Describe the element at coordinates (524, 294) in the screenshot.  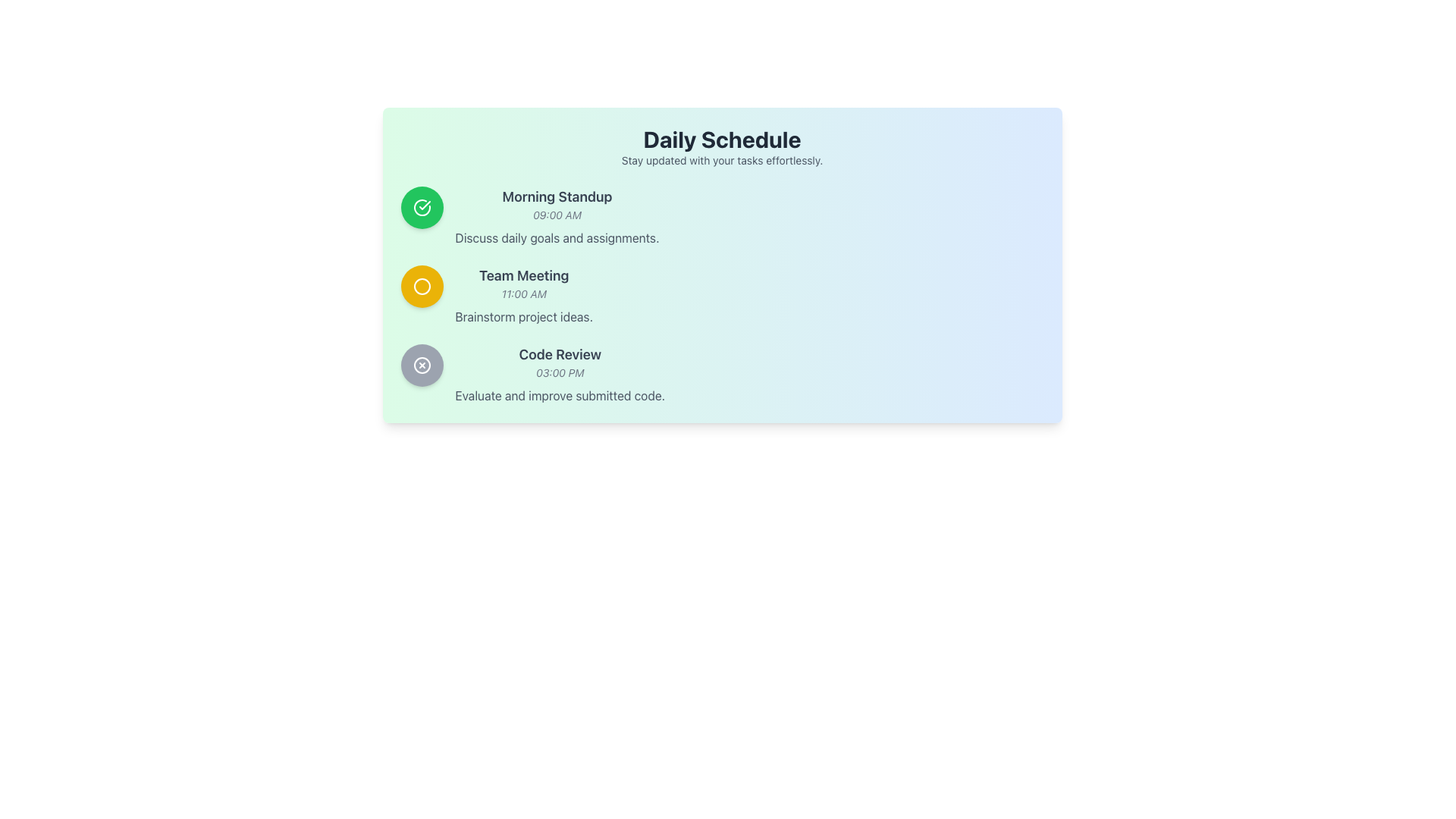
I see `the static text element that indicates the time designation for the associated activity, which is located below 'Team Meeting' and above 'Brainstorm project ideas.'` at that location.